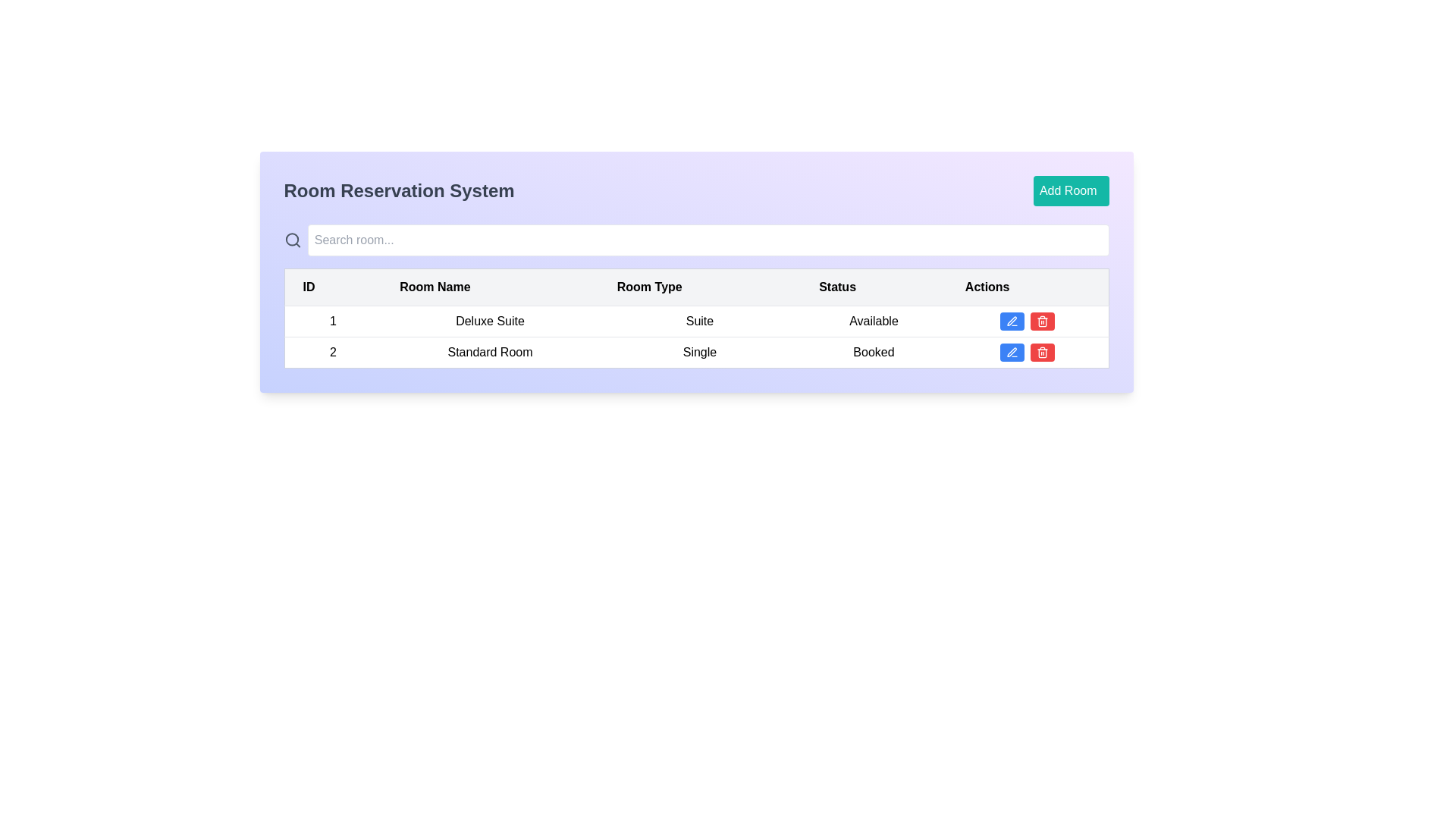 This screenshot has width=1456, height=819. I want to click on the 'Single' room type text label located in the 'Room Type' column of the table, which corresponds to the '2' ID and 'Standard Room' entry, so click(698, 353).